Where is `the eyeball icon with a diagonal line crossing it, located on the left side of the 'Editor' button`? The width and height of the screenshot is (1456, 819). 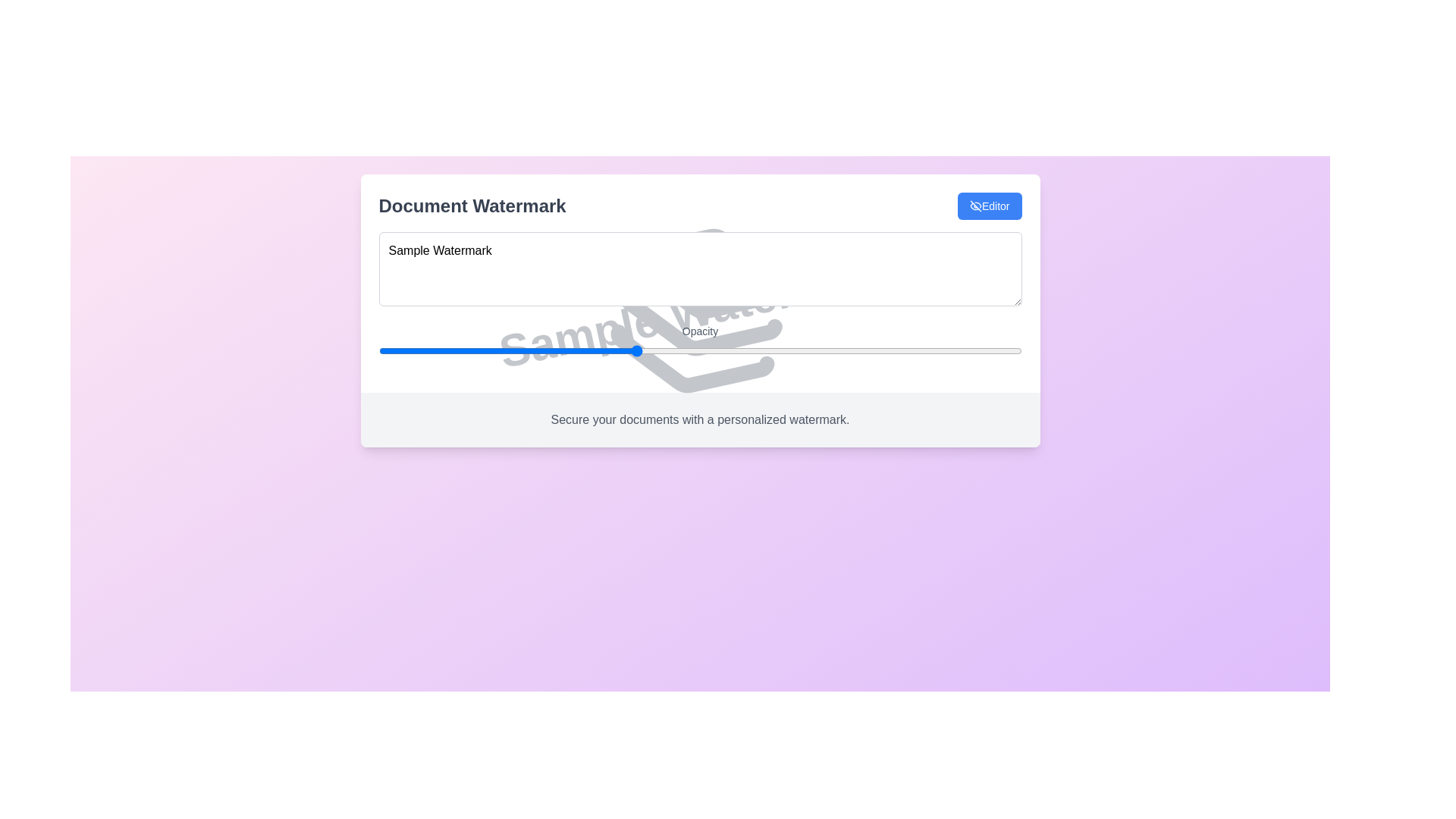 the eyeball icon with a diagonal line crossing it, located on the left side of the 'Editor' button is located at coordinates (975, 206).